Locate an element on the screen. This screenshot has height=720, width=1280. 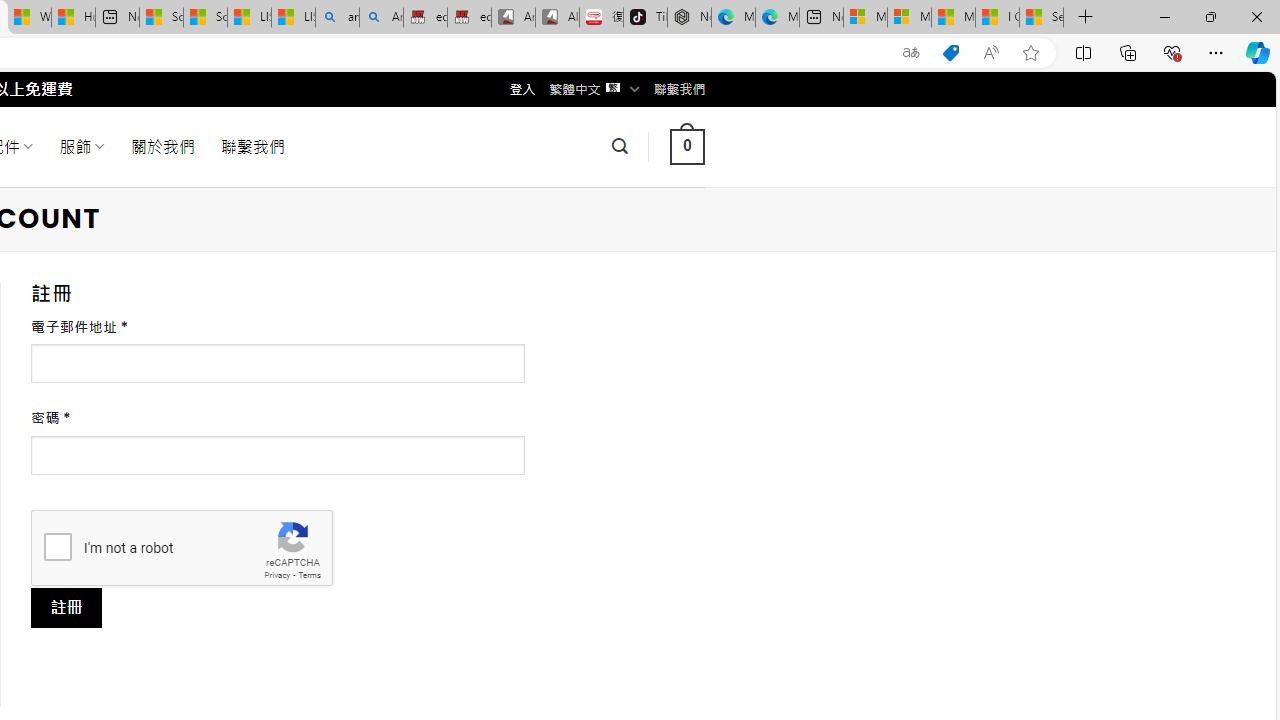
'Microsoft account | Privacy' is located at coordinates (908, 17).